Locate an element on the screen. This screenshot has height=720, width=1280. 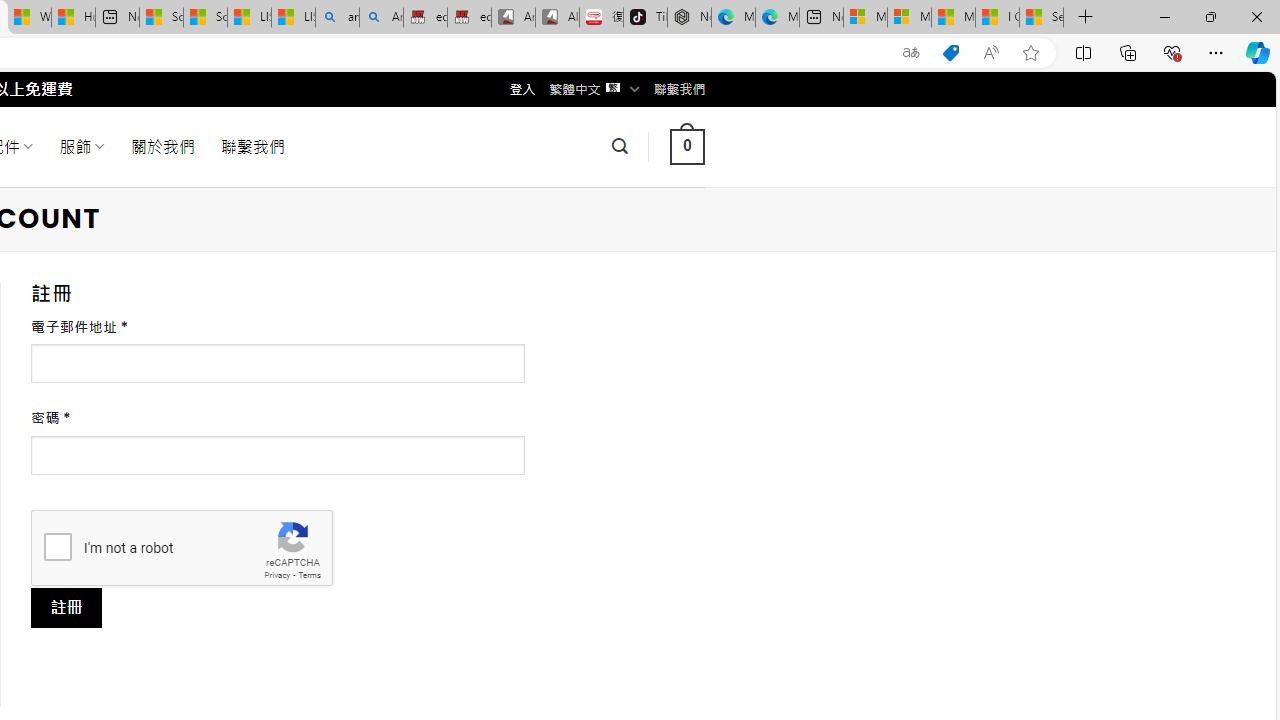
'Microsoft account | Privacy' is located at coordinates (908, 17).